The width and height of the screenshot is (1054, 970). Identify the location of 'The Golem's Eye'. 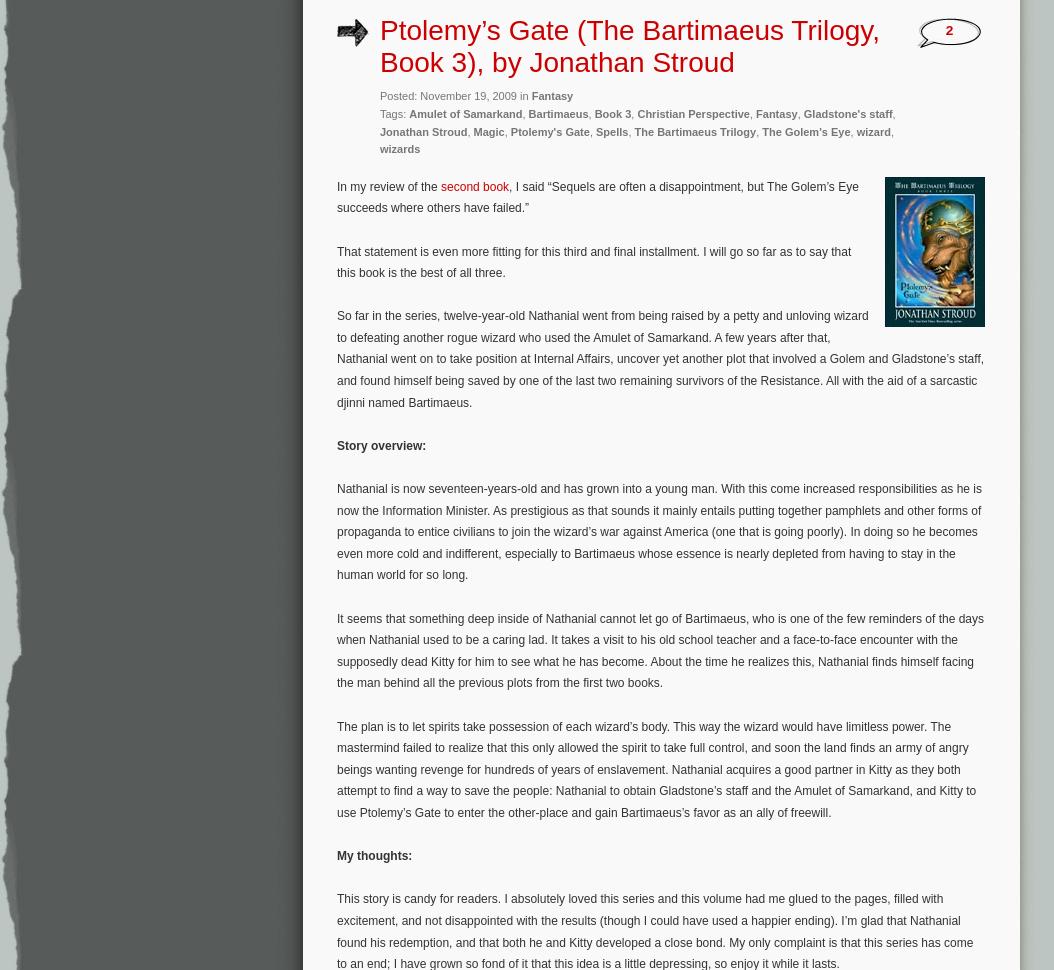
(804, 131).